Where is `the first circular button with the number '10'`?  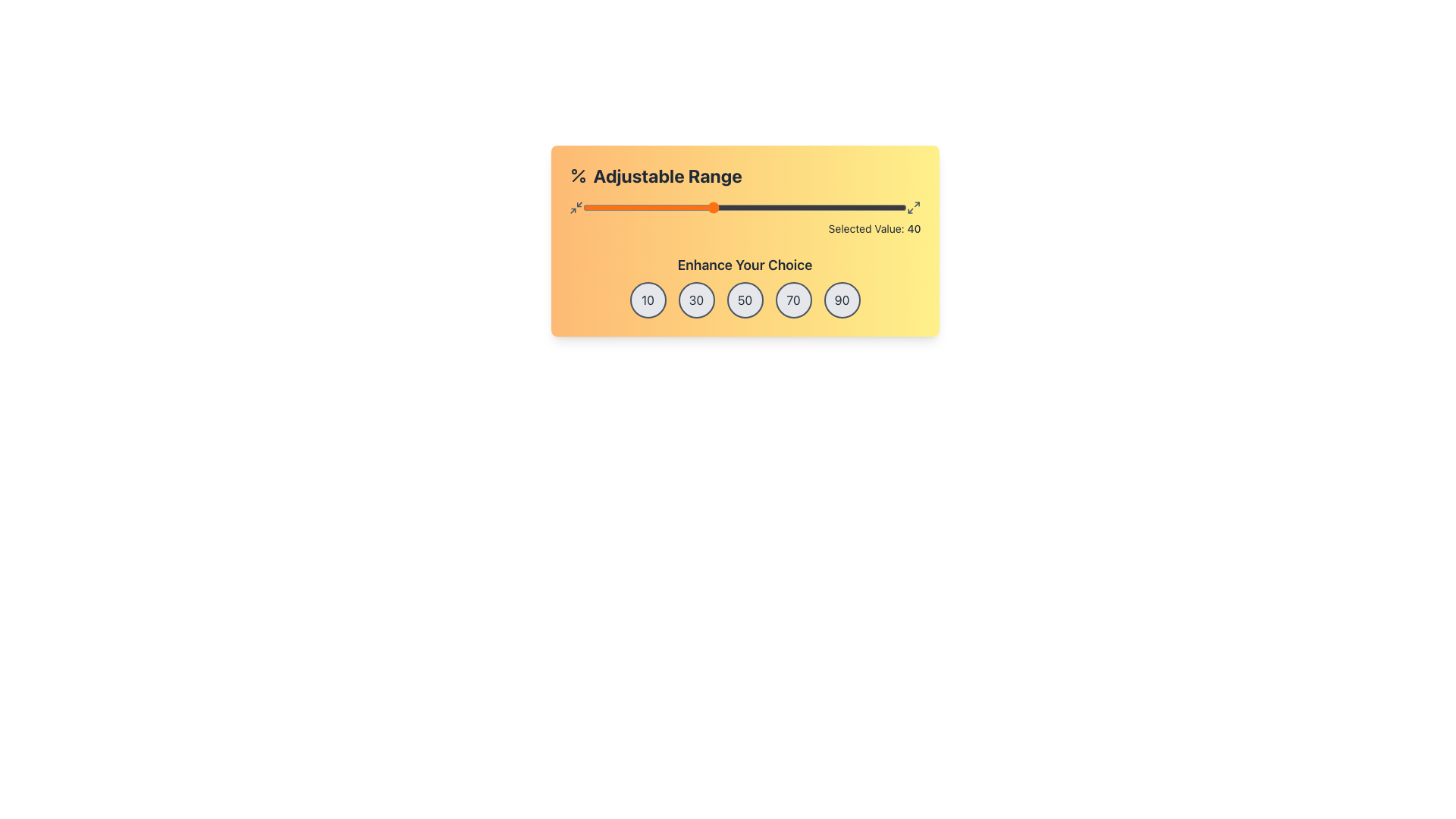
the first circular button with the number '10' is located at coordinates (648, 300).